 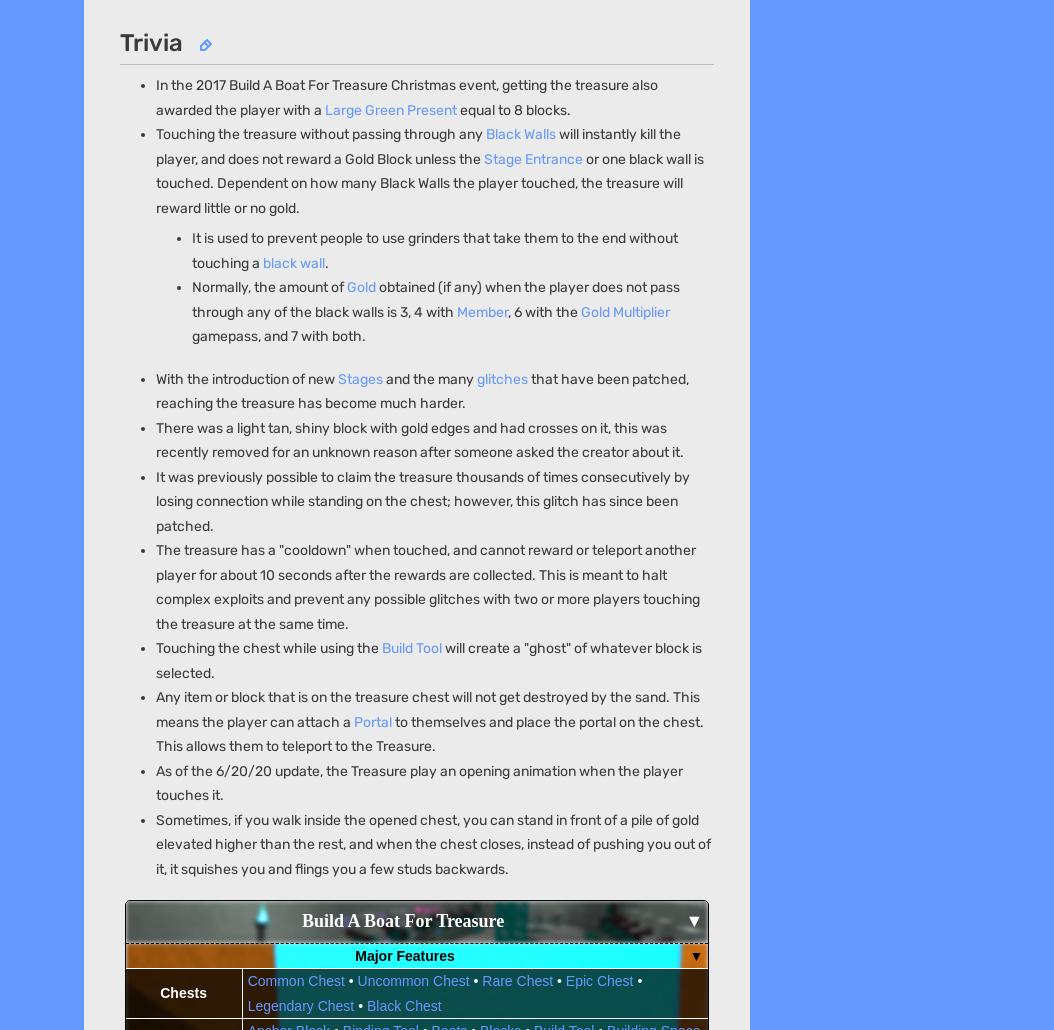 I want to click on 'Overview', so click(x=115, y=147).